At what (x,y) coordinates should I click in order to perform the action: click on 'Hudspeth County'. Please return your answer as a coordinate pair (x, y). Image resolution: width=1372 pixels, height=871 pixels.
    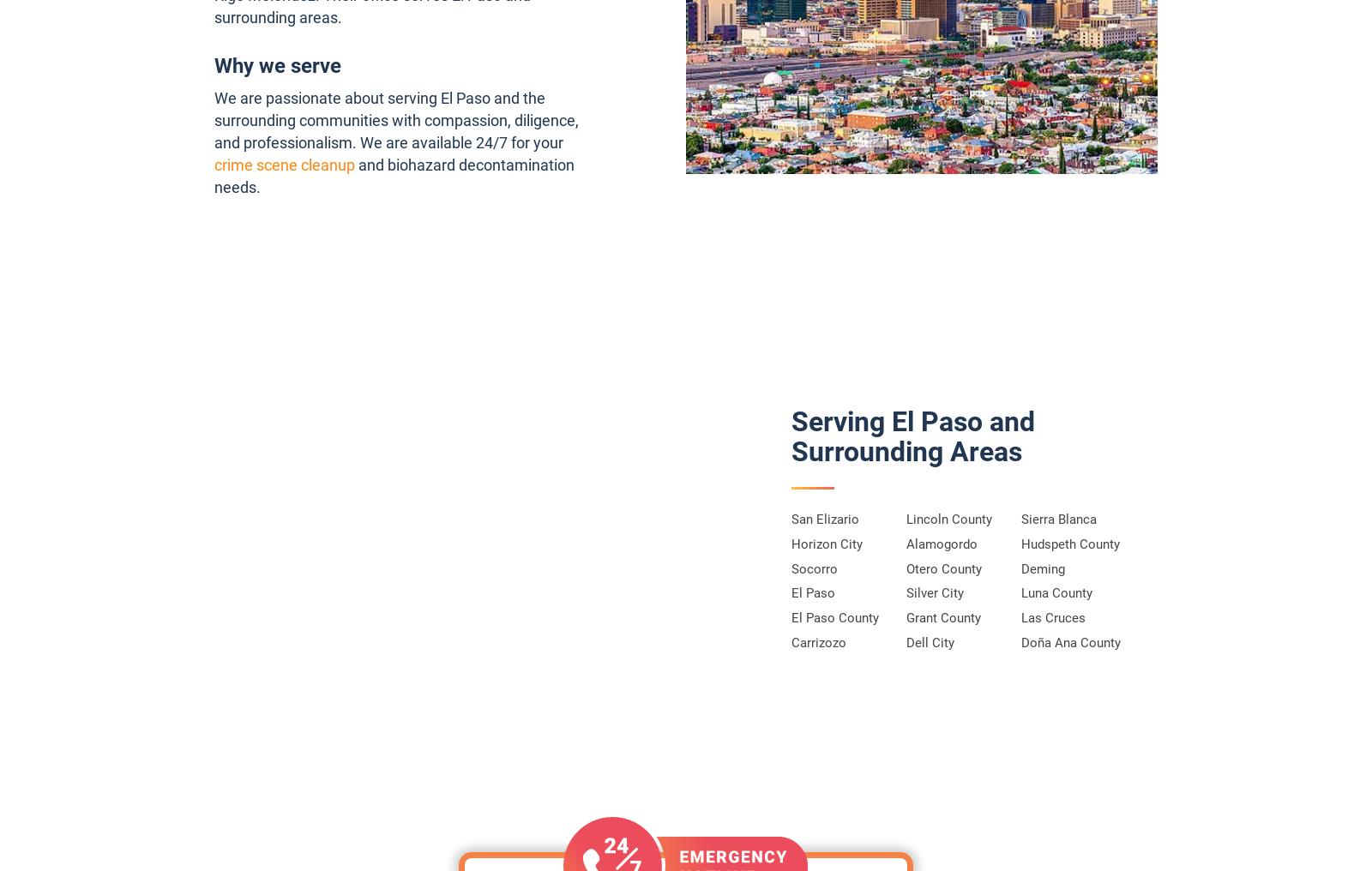
    Looking at the image, I should click on (1021, 543).